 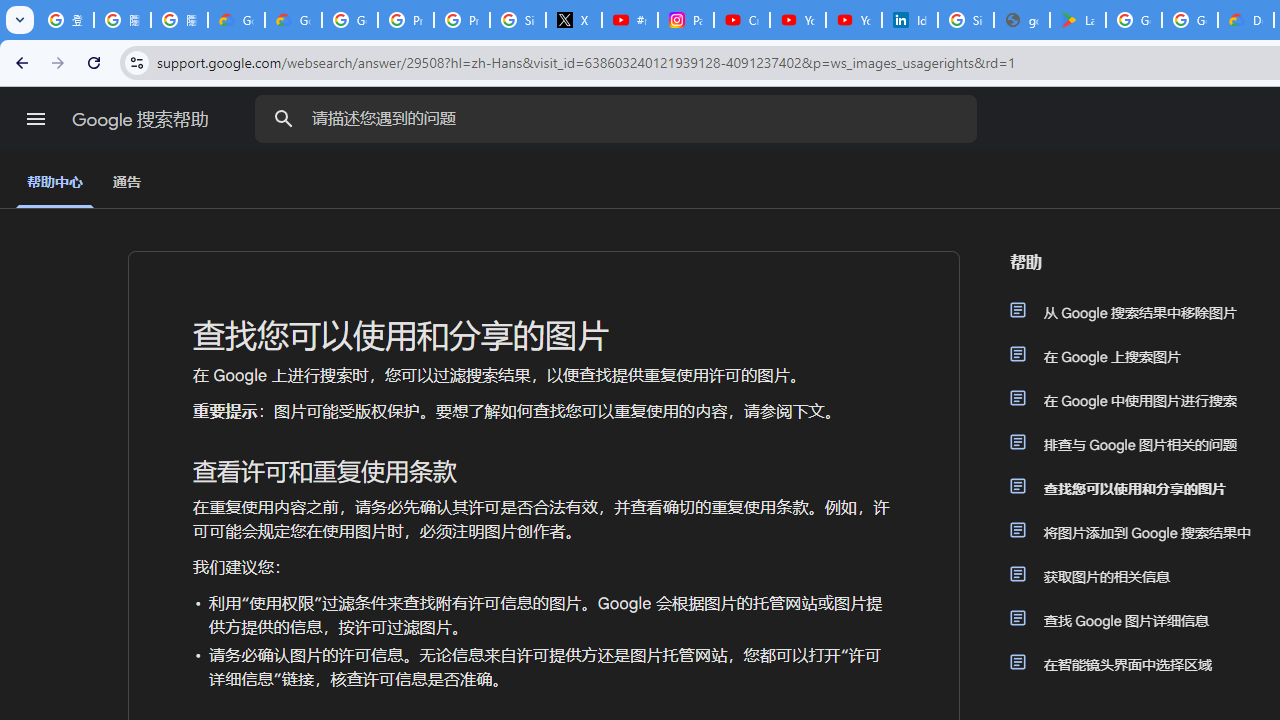 What do you see at coordinates (93, 61) in the screenshot?
I see `'Reload'` at bounding box center [93, 61].